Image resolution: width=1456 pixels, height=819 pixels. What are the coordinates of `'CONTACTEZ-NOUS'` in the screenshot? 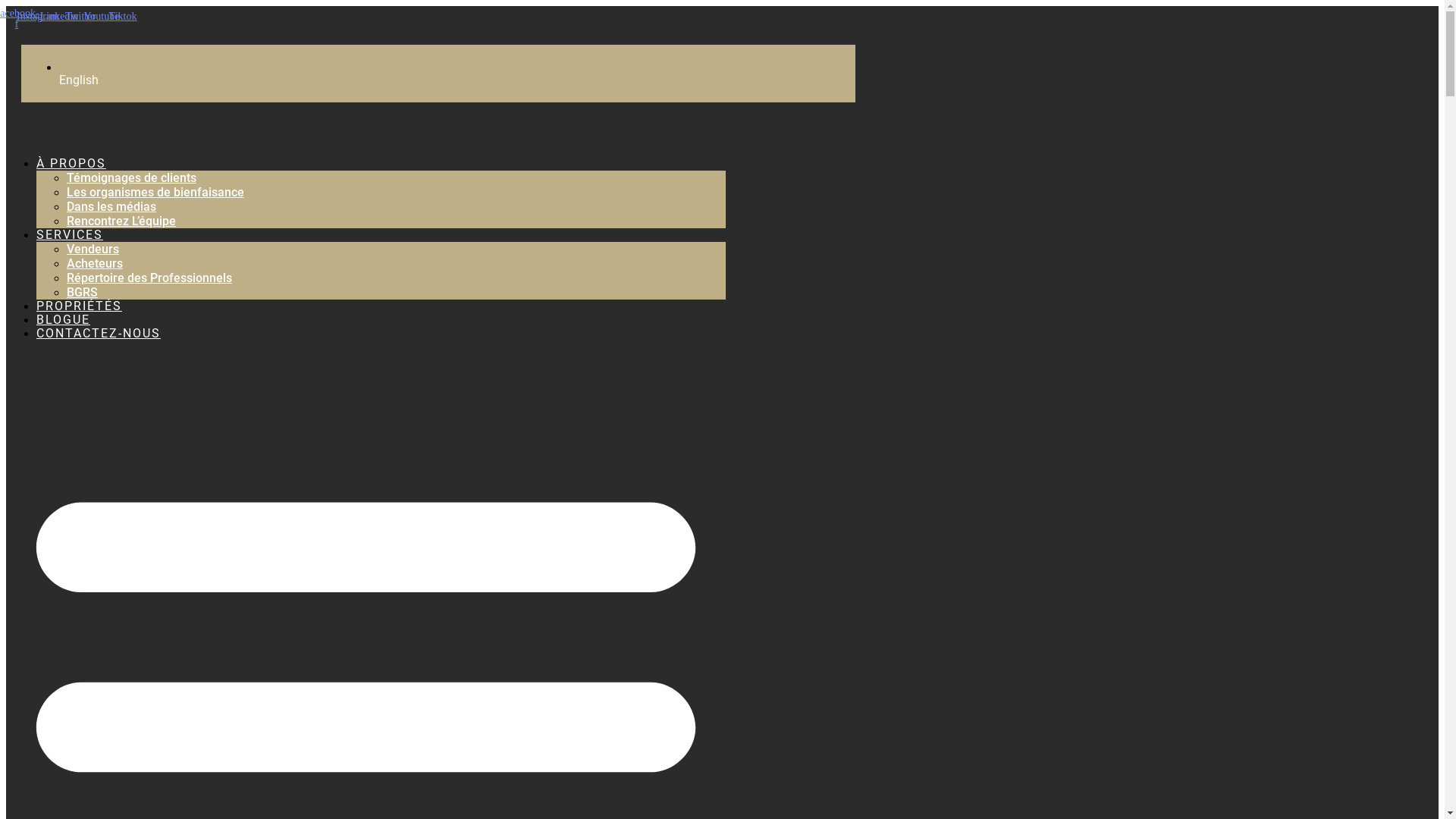 It's located at (97, 332).